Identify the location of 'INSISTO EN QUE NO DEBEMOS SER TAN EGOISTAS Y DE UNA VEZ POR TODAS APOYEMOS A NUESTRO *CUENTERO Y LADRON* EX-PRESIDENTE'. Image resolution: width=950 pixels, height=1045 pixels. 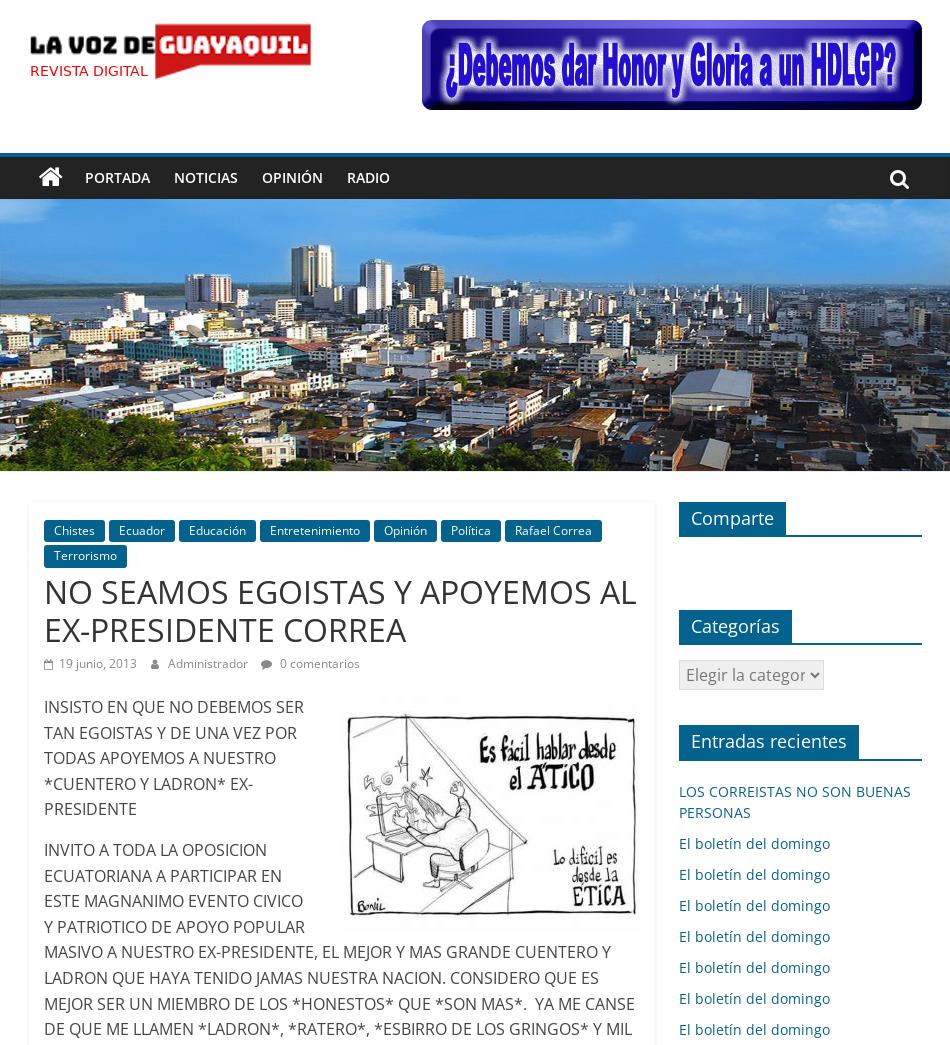
(172, 758).